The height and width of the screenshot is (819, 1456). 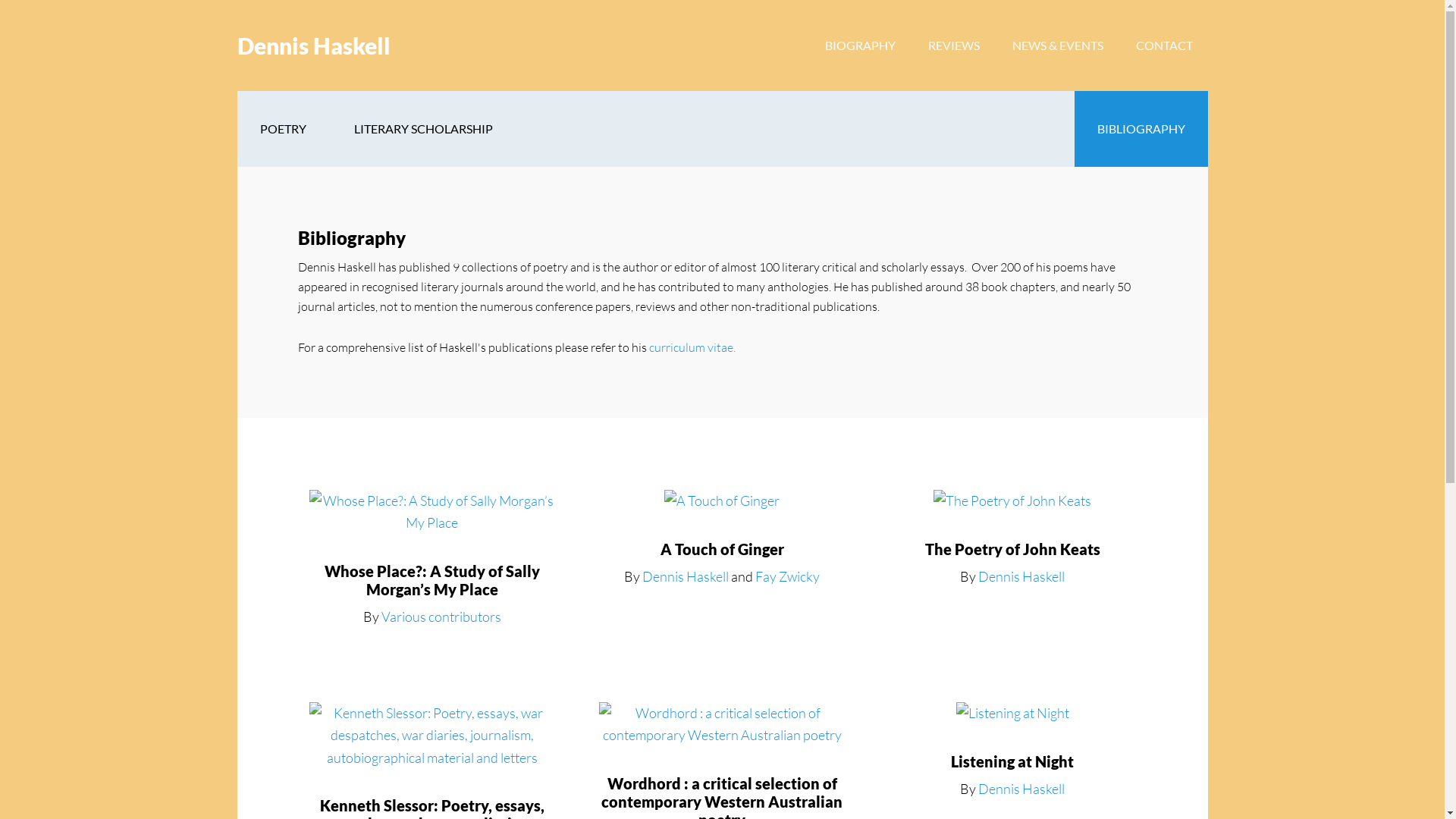 I want to click on 'LITERARY SCHOLARSHIP', so click(x=422, y=127).